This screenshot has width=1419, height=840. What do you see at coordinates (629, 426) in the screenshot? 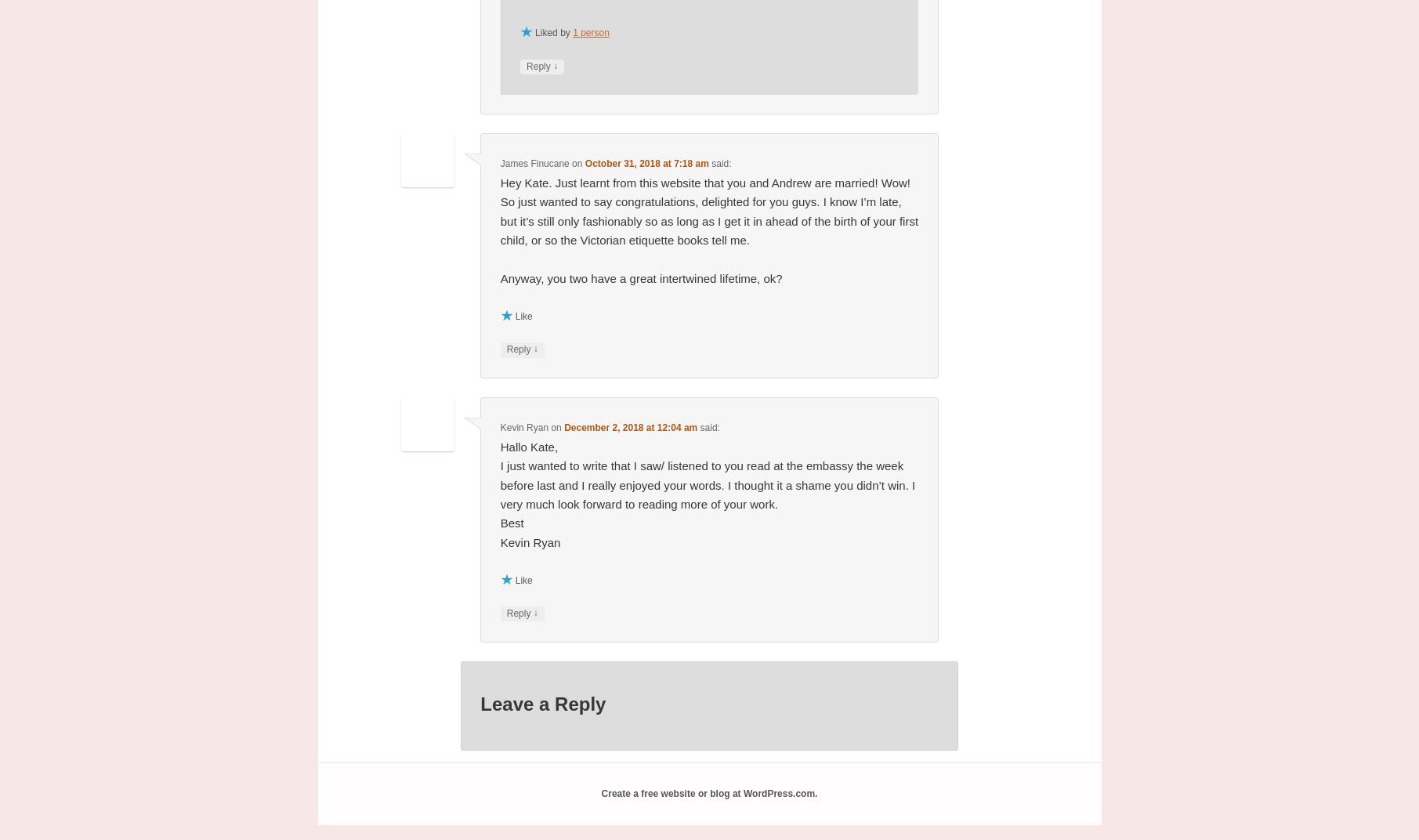
I see `'December 2, 2018 at 12:04 am'` at bounding box center [629, 426].